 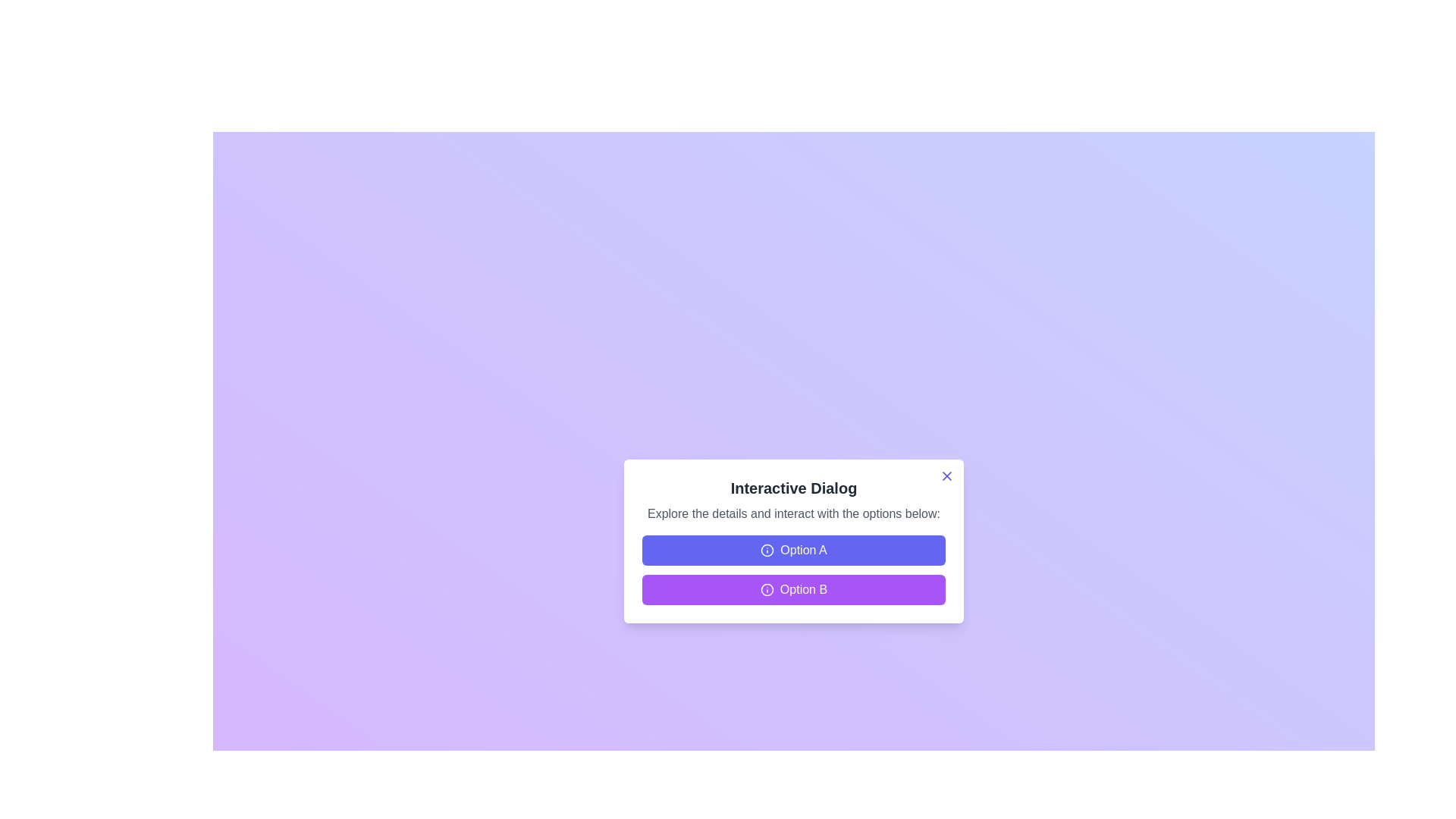 What do you see at coordinates (946, 475) in the screenshot?
I see `close button (X) located at the top-right corner of the dialog` at bounding box center [946, 475].